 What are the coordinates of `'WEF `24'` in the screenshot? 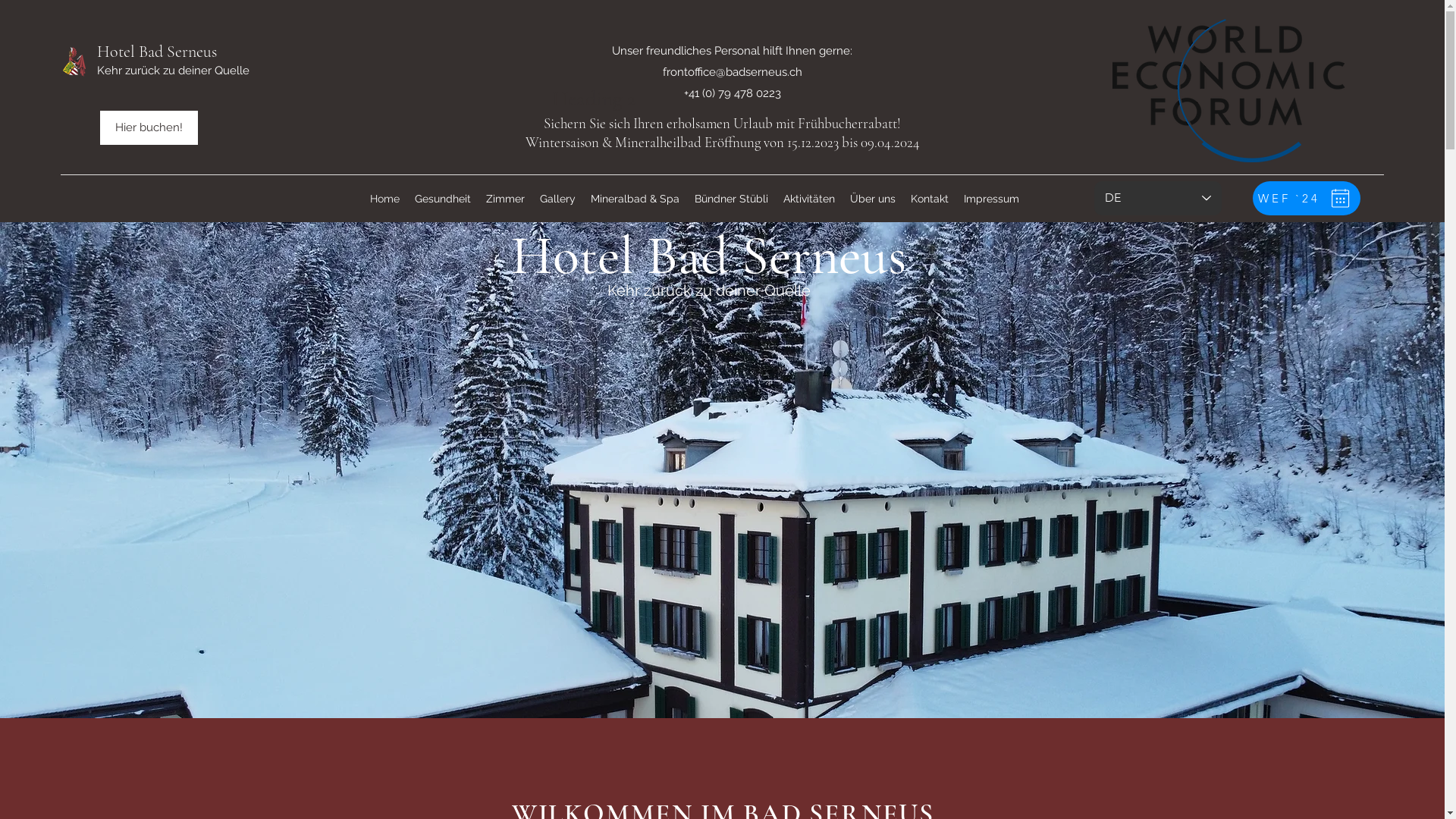 It's located at (1306, 197).